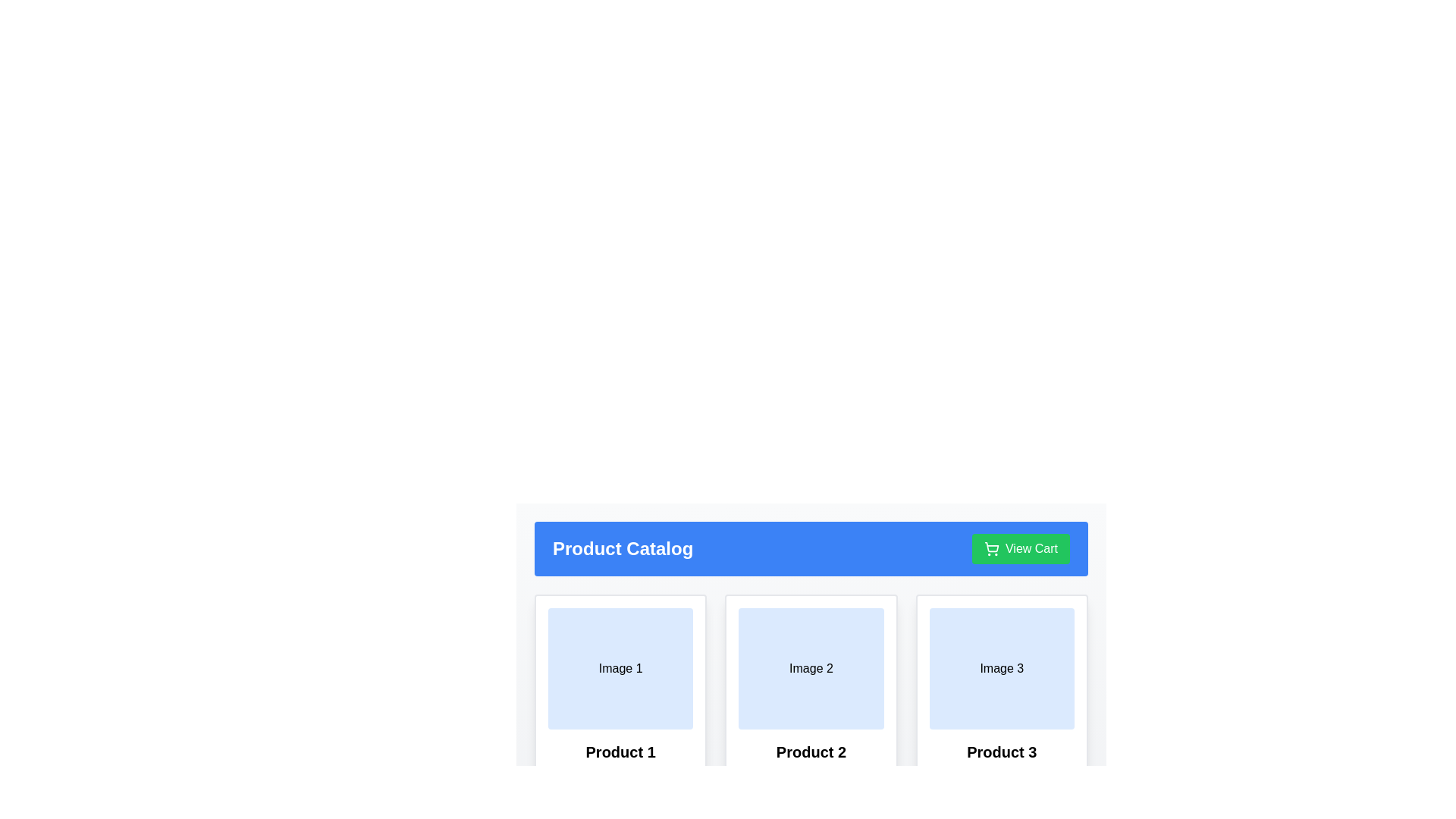  I want to click on the 'View Cart' button, which is a rectangular button with white text on a vibrant green background located at the right end of the 'Product Catalog' header, so click(1021, 549).